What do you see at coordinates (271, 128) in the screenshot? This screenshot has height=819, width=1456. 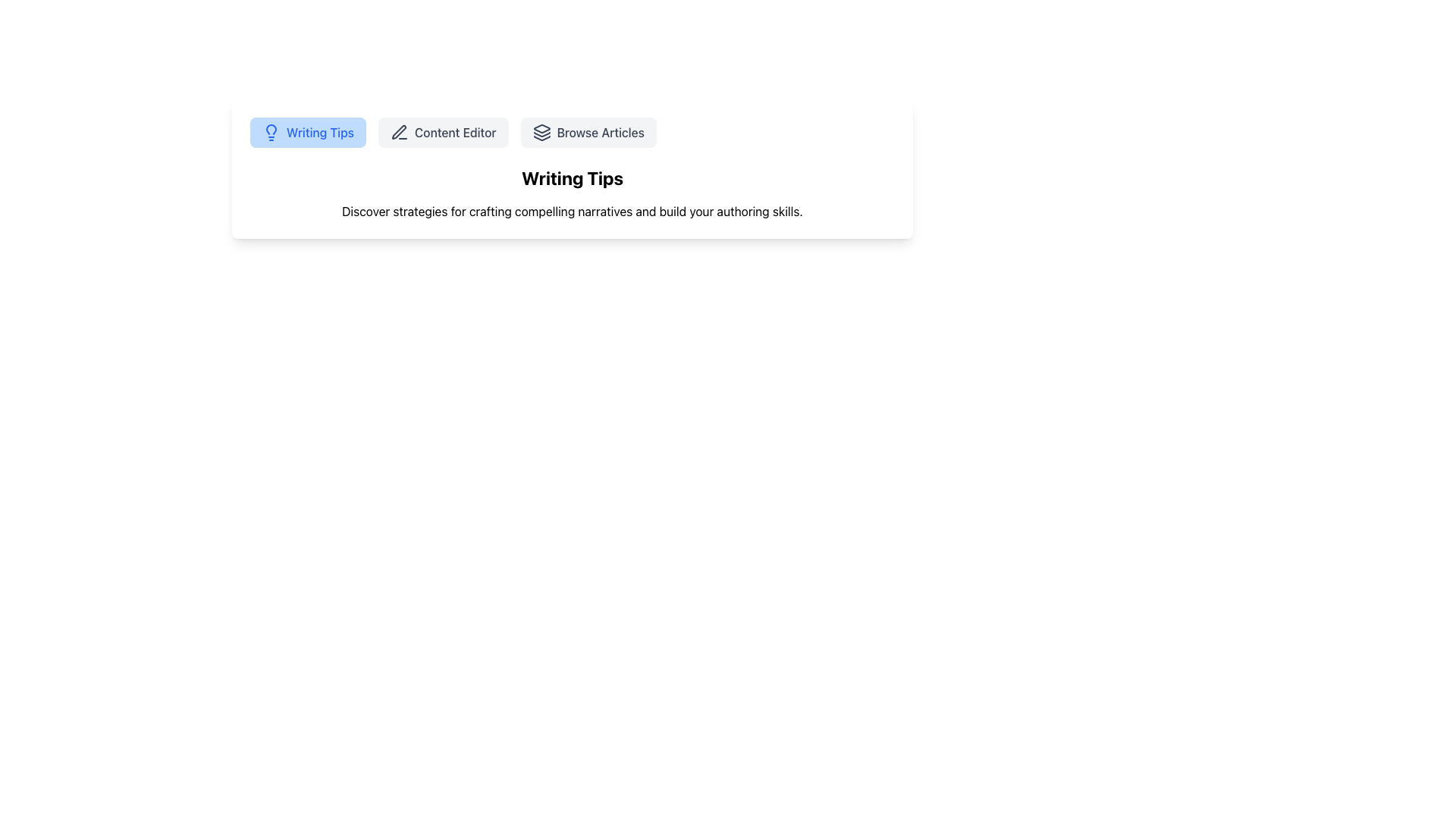 I see `uppermost curved stroke of the SVG lightbulb icon, which is part of the button labeled 'Writing Tips'` at bounding box center [271, 128].